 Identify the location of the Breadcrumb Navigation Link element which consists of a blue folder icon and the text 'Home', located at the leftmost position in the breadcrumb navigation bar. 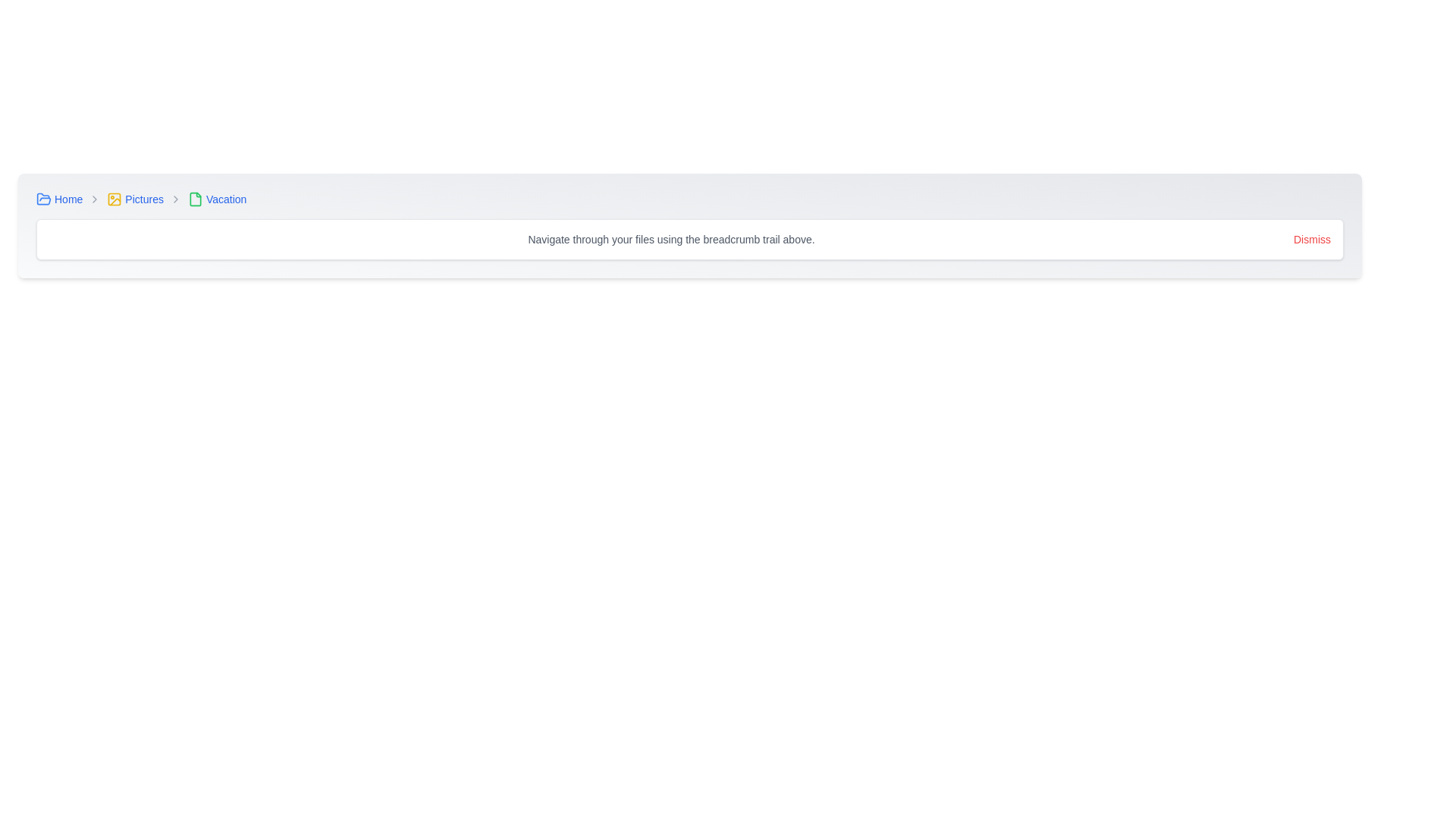
(59, 198).